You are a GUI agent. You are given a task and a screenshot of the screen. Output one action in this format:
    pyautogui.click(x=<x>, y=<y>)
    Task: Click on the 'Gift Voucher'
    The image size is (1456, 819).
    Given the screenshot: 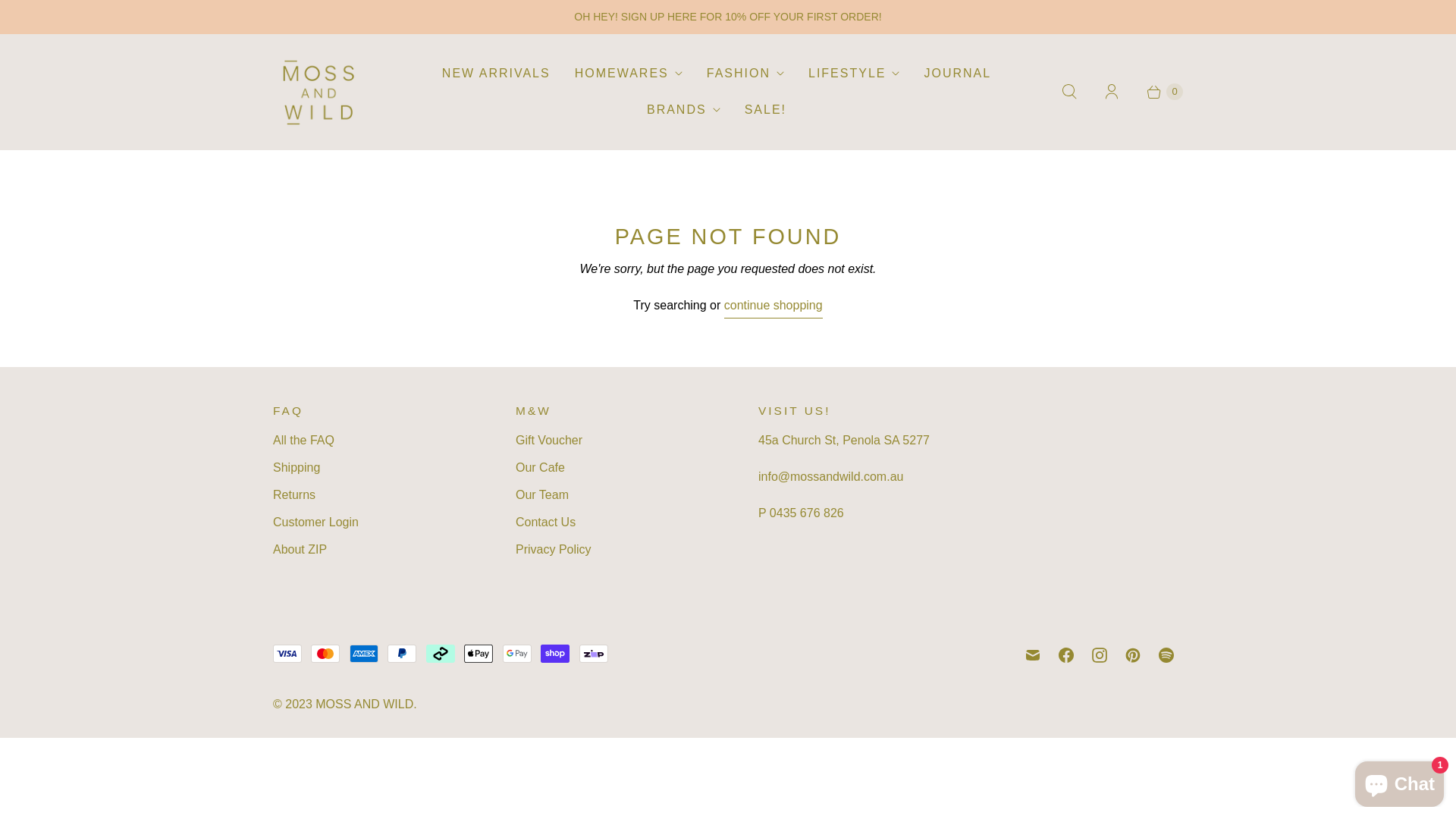 What is the action you would take?
    pyautogui.click(x=548, y=440)
    